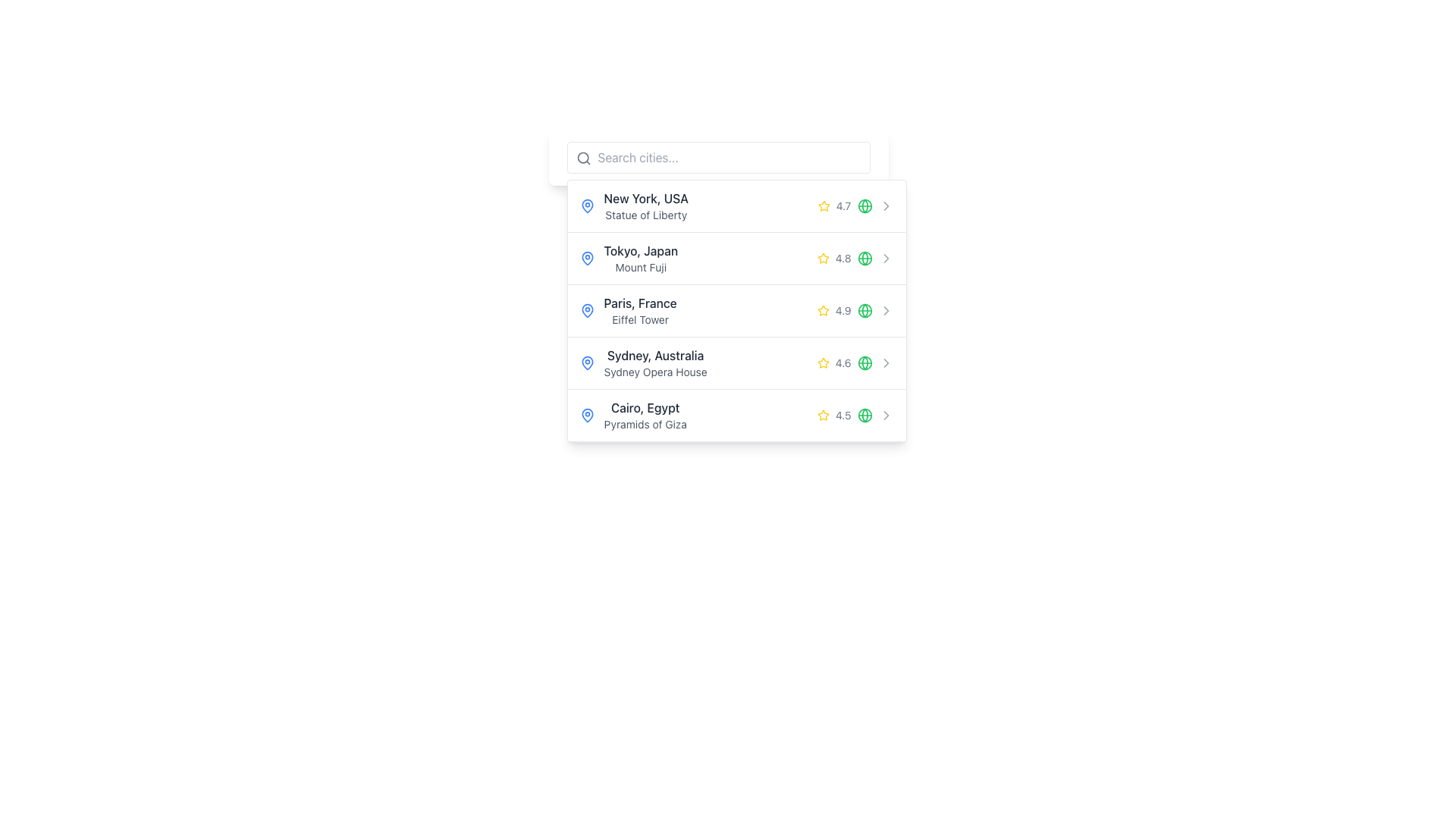  Describe the element at coordinates (645, 206) in the screenshot. I see `the text block that provides the name and brief description of a location, which is the first element in a vertical list adjacent to a blue location icon` at that location.